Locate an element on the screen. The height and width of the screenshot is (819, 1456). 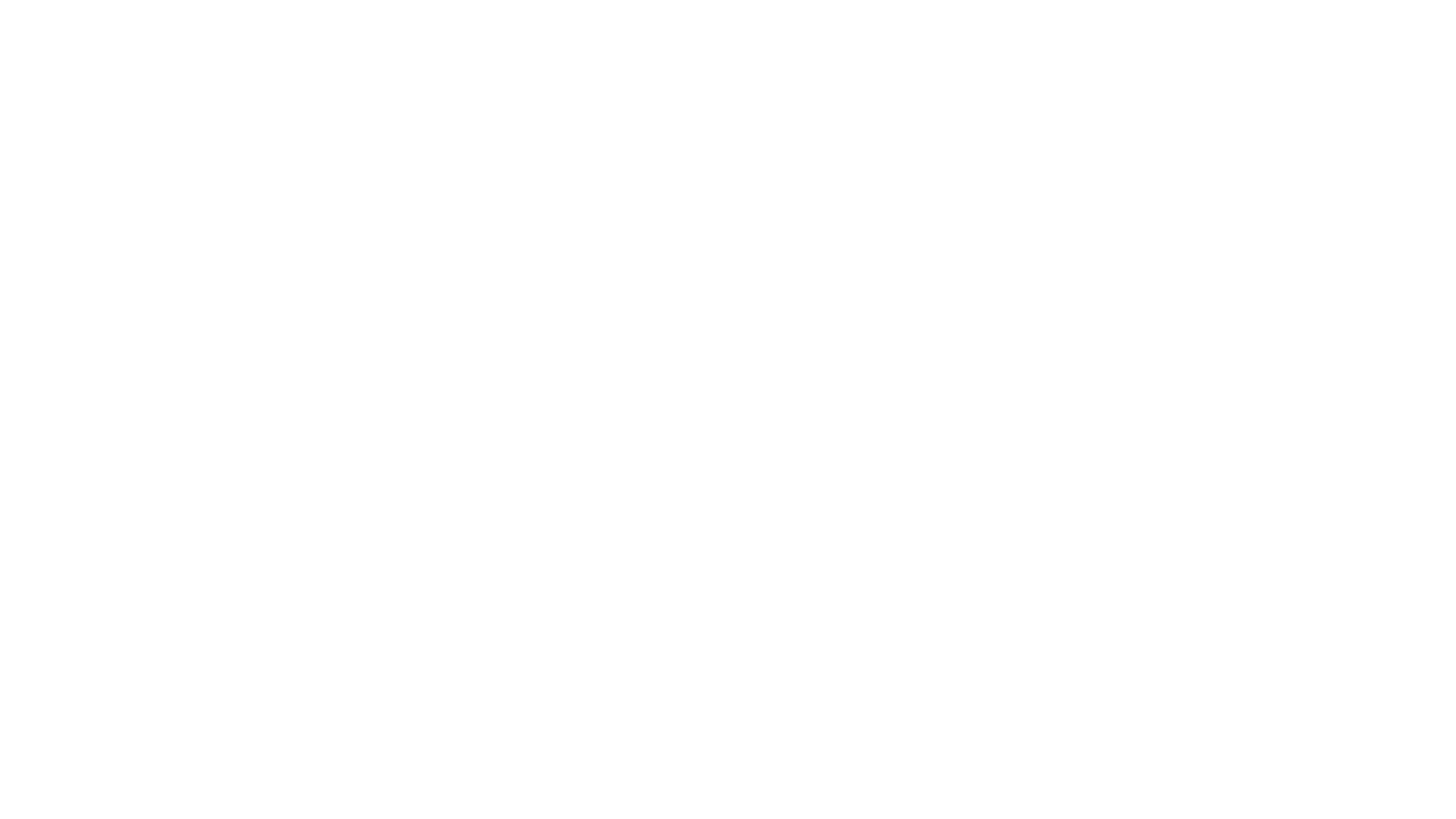
473 following is located at coordinates (855, 127).